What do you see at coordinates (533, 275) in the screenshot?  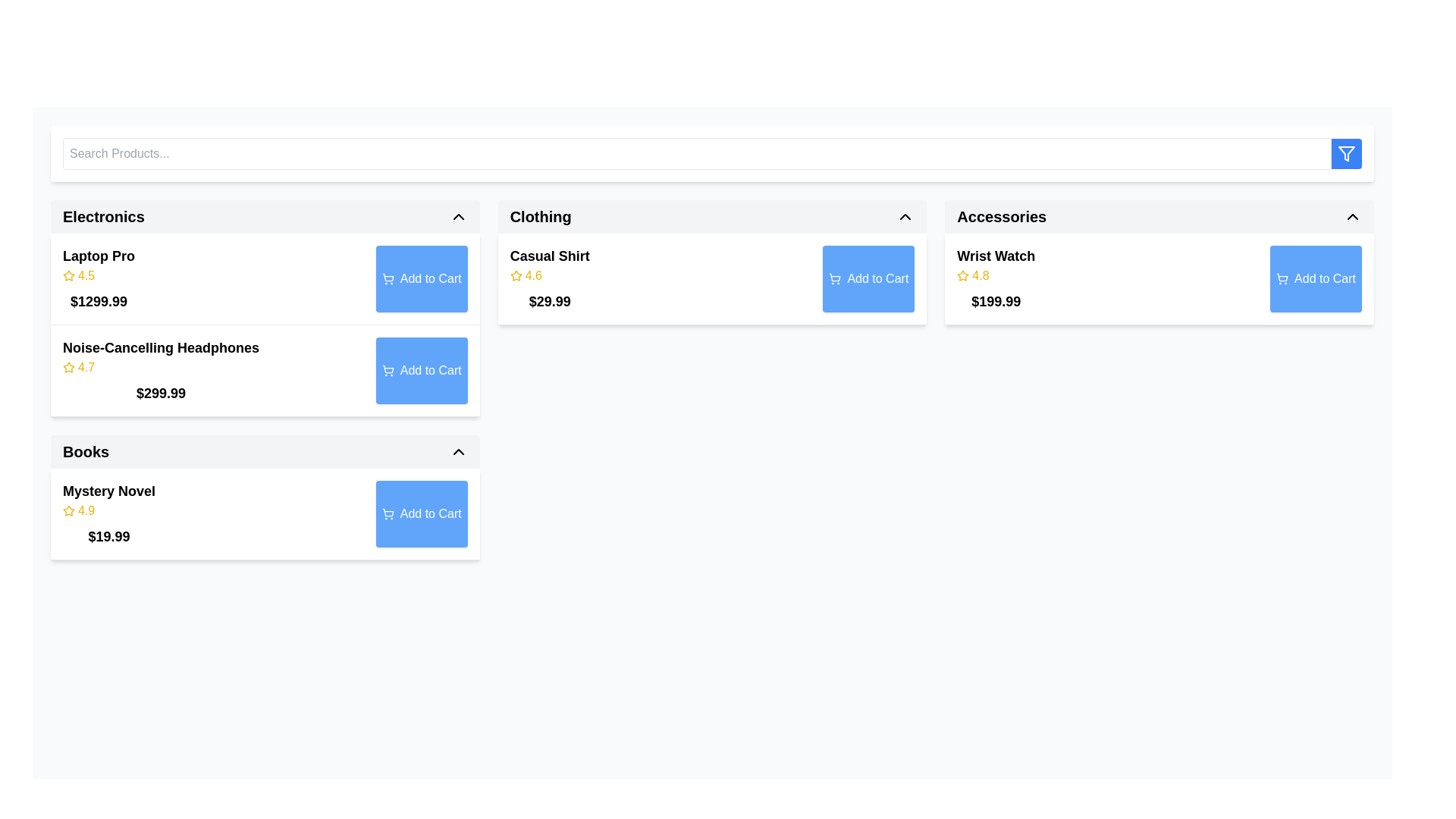 I see `the numerical rating score text located to the right of the yellow star icon in the rating section under the 'Clothing' category for the 'Casual Shirt' product` at bounding box center [533, 275].